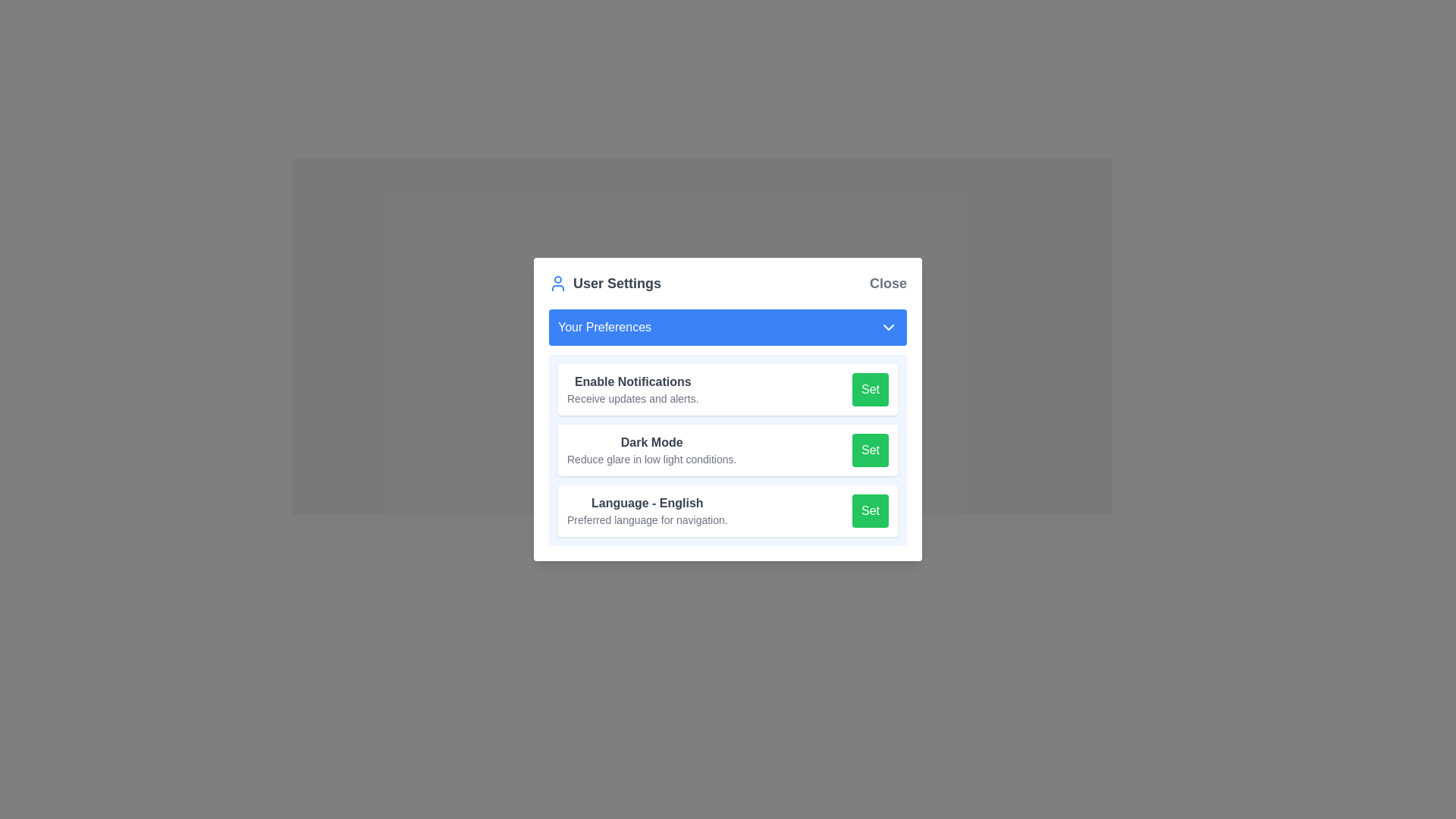 The image size is (1456, 819). Describe the element at coordinates (870, 511) in the screenshot. I see `the green 'Set' button with white bold text to set the language in the 'User Settings' modal` at that location.